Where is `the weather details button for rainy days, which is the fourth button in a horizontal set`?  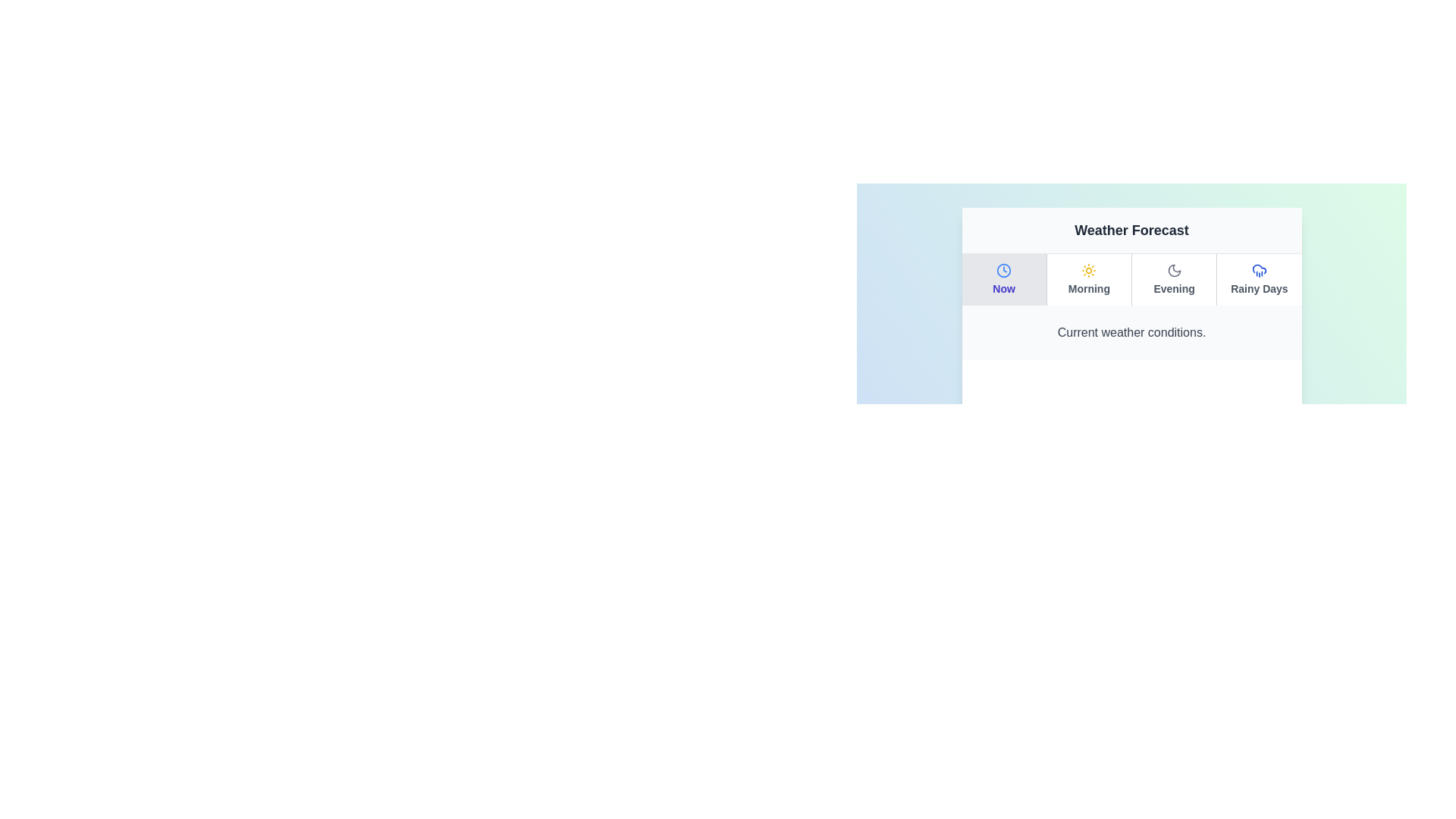 the weather details button for rainy days, which is the fourth button in a horizontal set is located at coordinates (1259, 280).